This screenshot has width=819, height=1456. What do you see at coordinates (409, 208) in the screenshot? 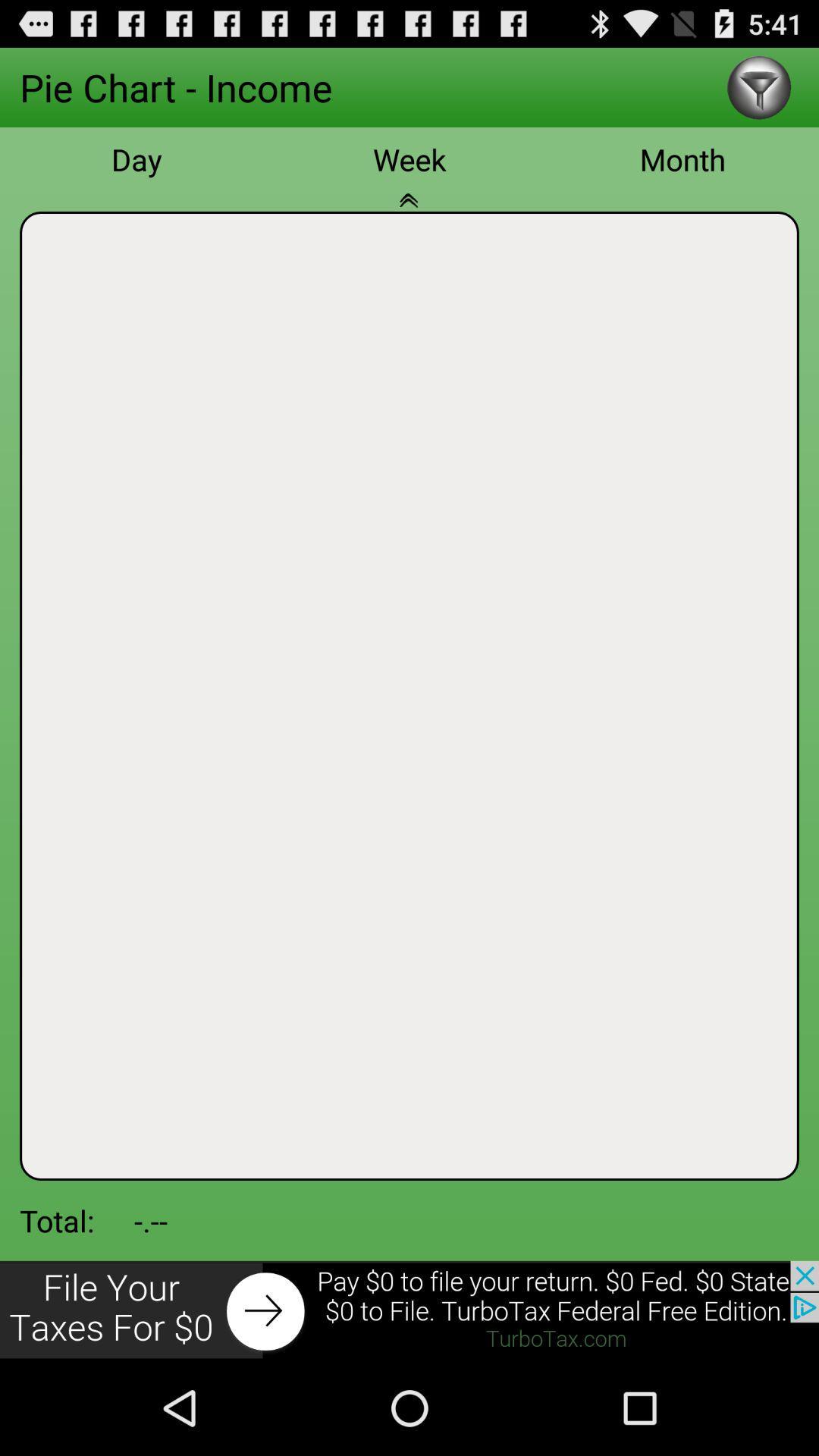
I see `open calendar` at bounding box center [409, 208].